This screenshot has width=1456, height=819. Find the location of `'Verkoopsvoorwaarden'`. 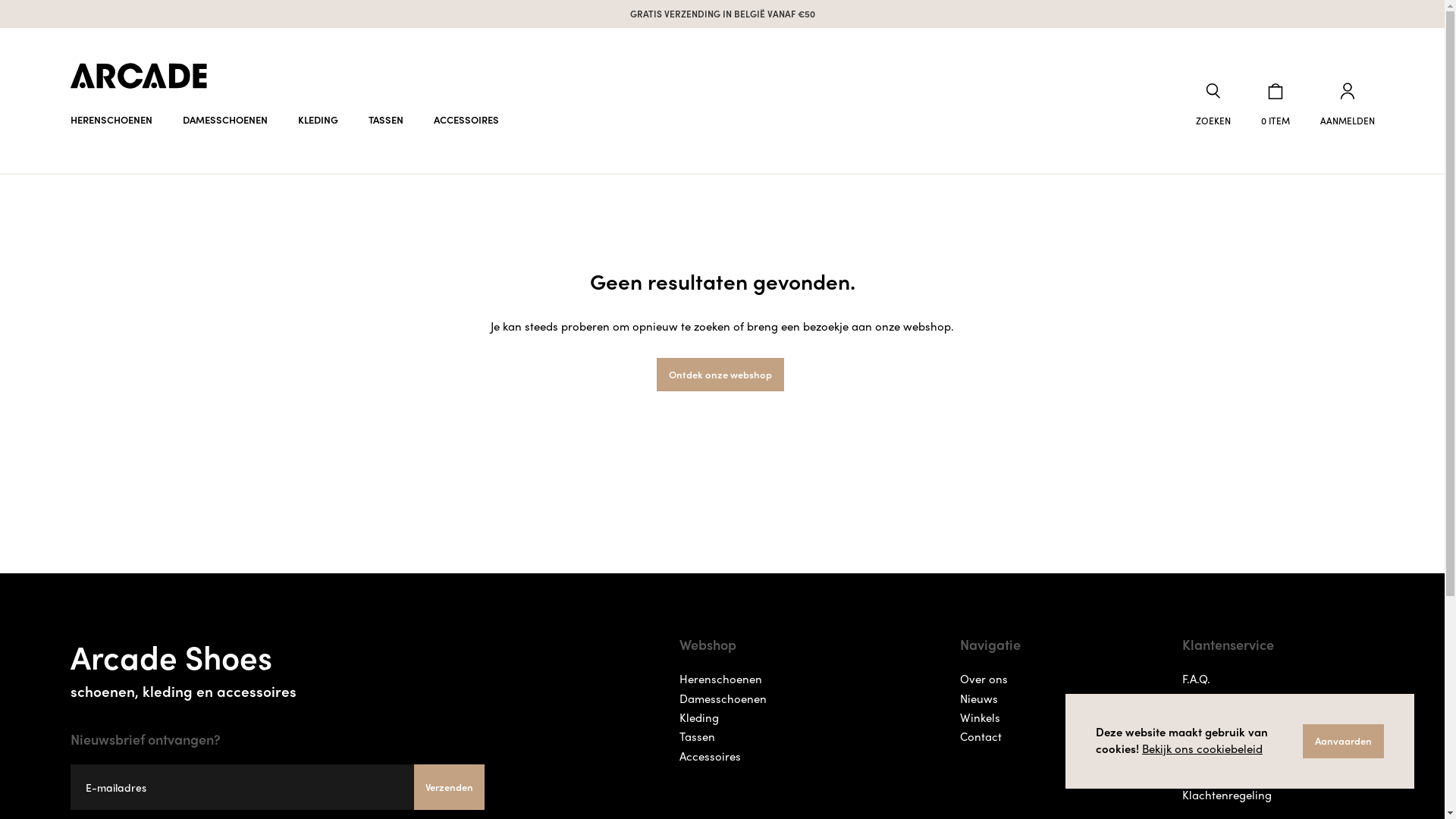

'Verkoopsvoorwaarden' is located at coordinates (1241, 756).